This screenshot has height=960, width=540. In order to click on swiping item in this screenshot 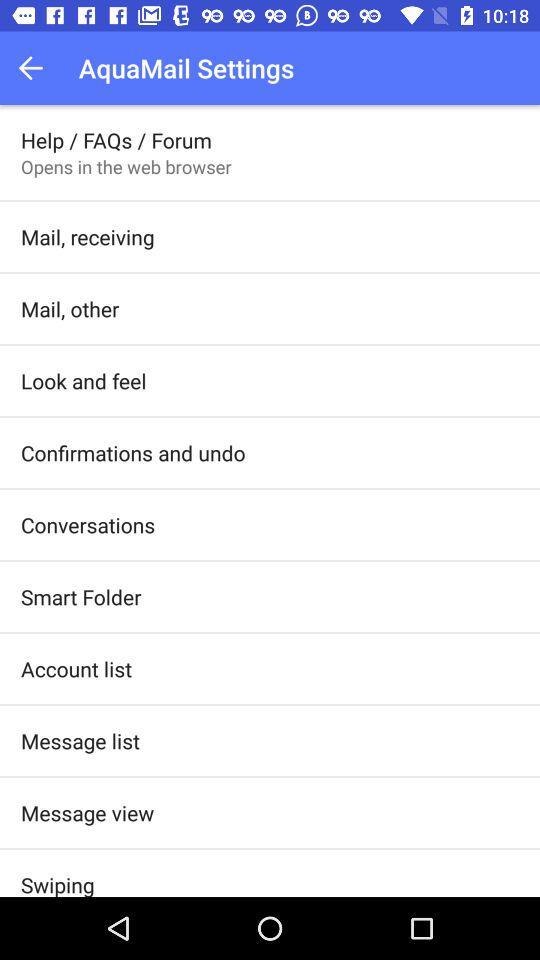, I will do `click(57, 882)`.